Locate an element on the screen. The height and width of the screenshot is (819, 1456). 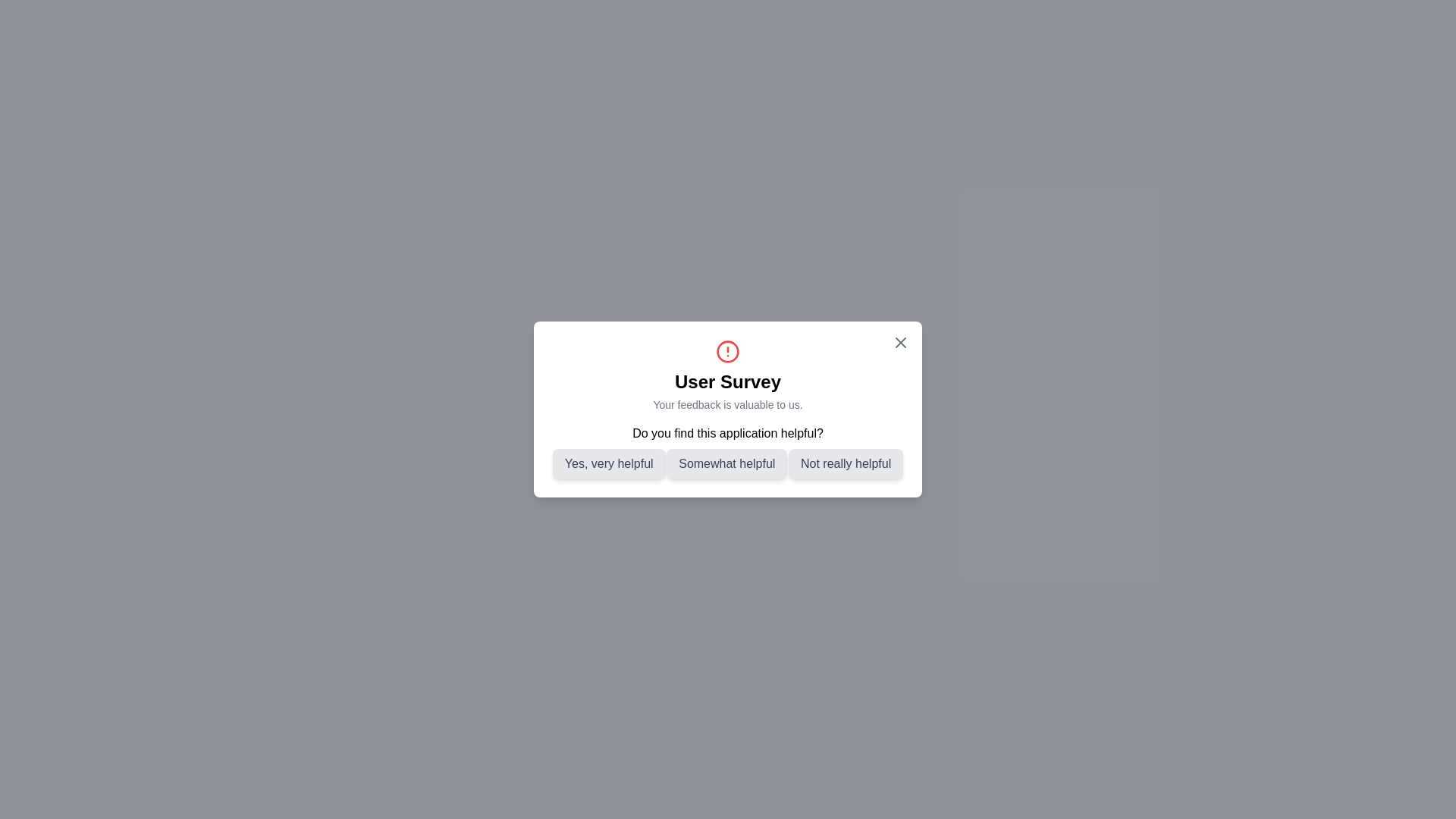
the diagonal cross (X) icon button located in the top-right corner of the floating modal box is located at coordinates (901, 342).